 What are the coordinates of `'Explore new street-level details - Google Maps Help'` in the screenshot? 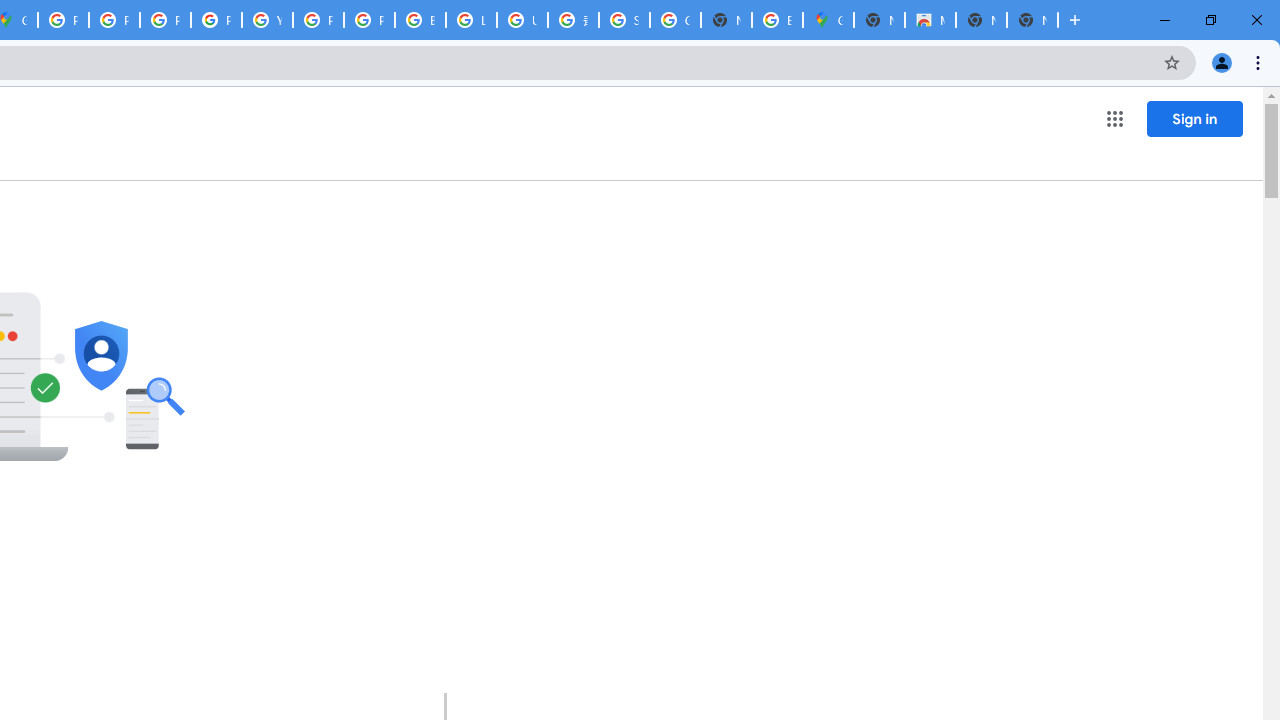 It's located at (775, 20).